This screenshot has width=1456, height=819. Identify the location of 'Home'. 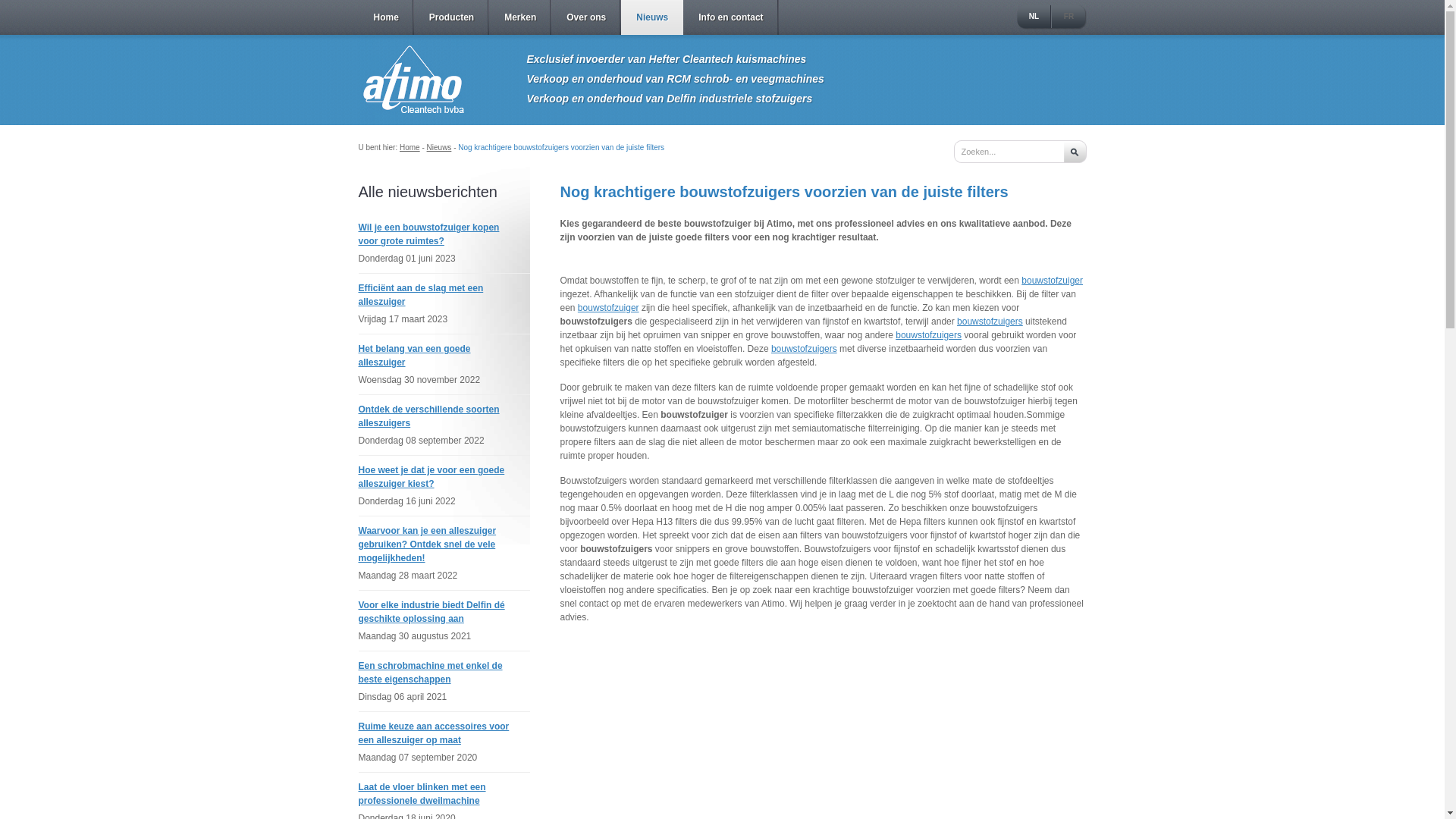
(409, 147).